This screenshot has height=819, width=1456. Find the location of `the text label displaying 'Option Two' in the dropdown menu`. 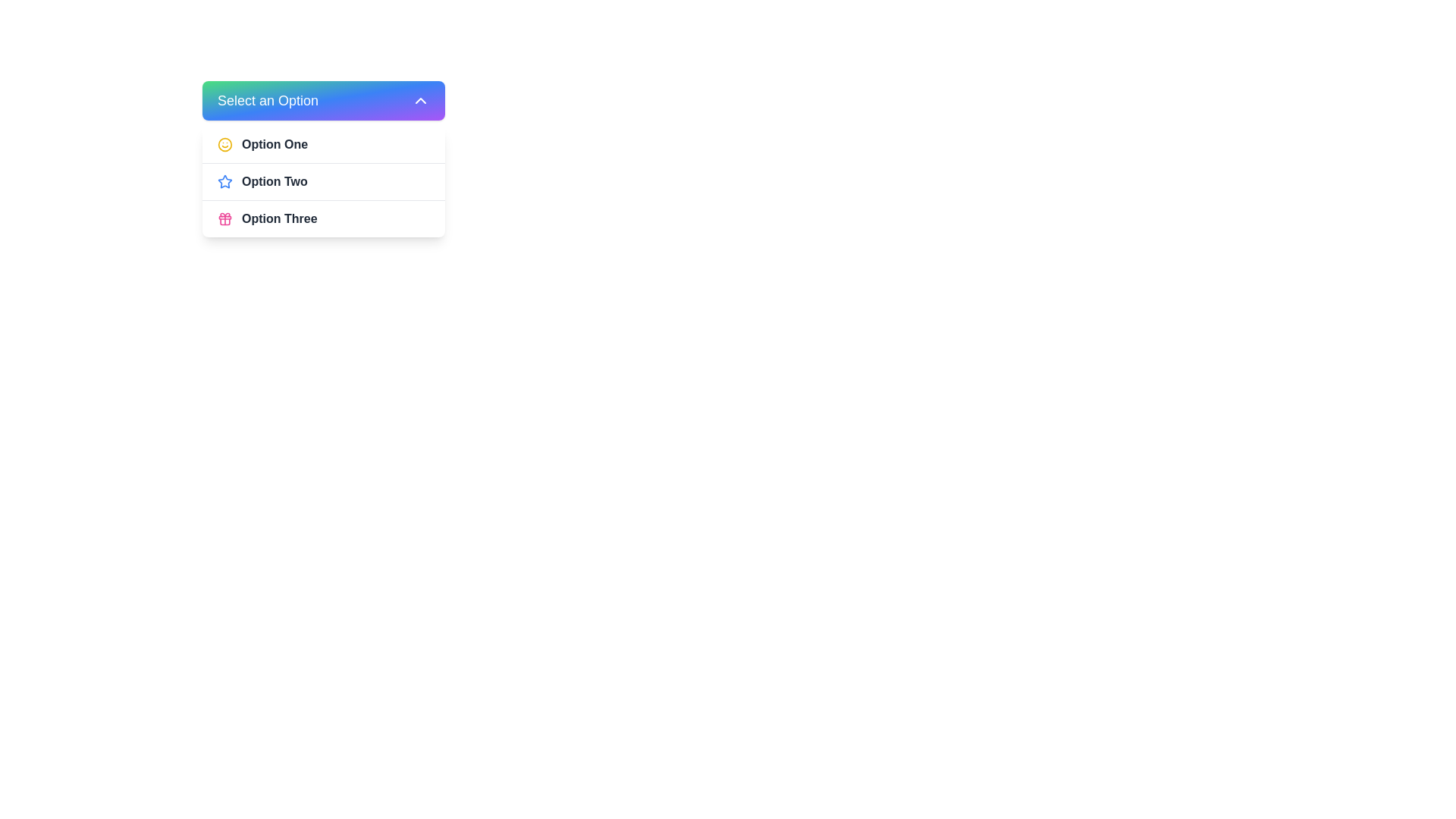

the text label displaying 'Option Two' in the dropdown menu is located at coordinates (275, 180).